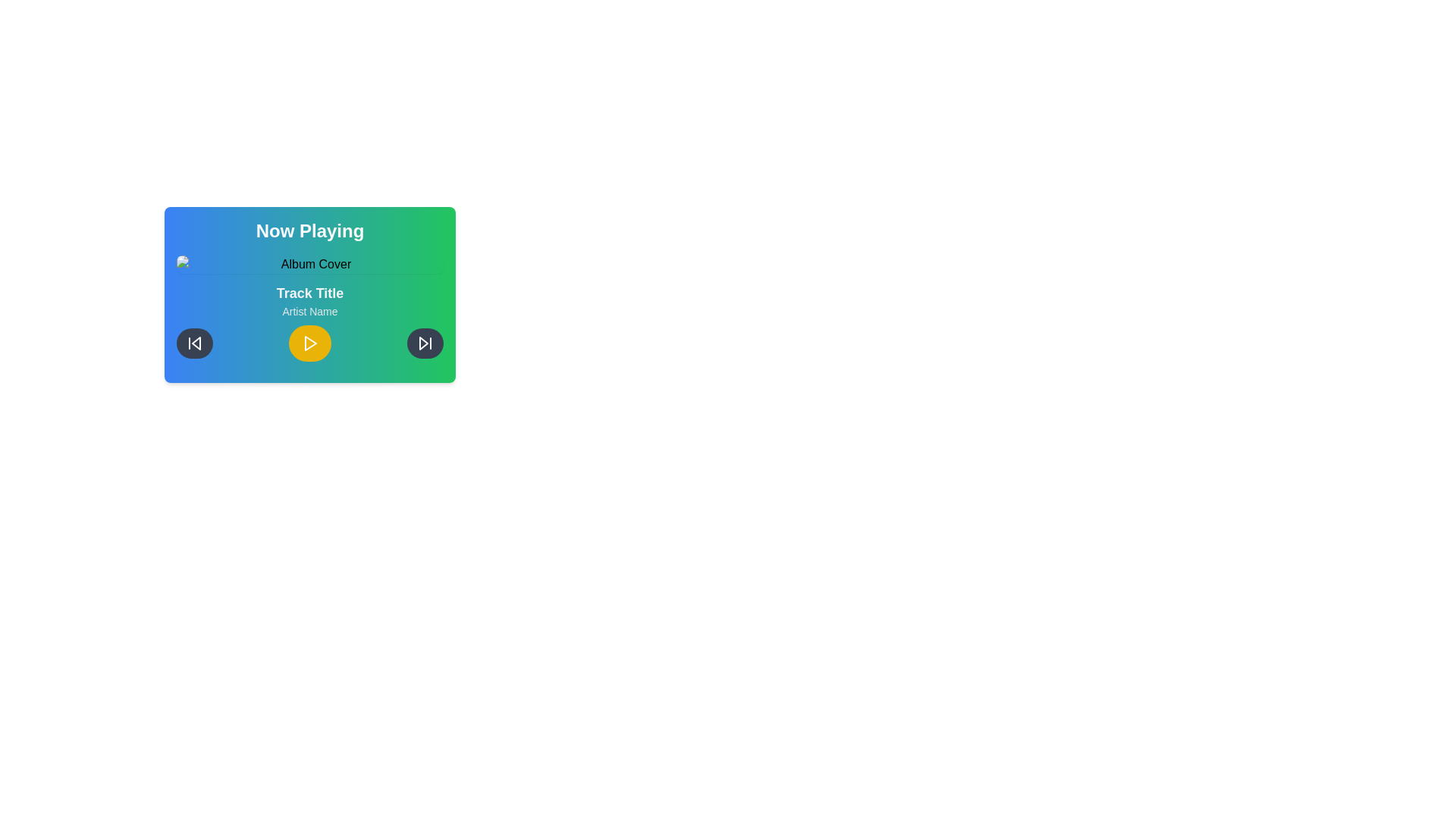  I want to click on the 'Track Title' text label which displays in large bold white font against a blue to green gradient background, located in the 'Now Playing' section of the interface, so click(309, 293).